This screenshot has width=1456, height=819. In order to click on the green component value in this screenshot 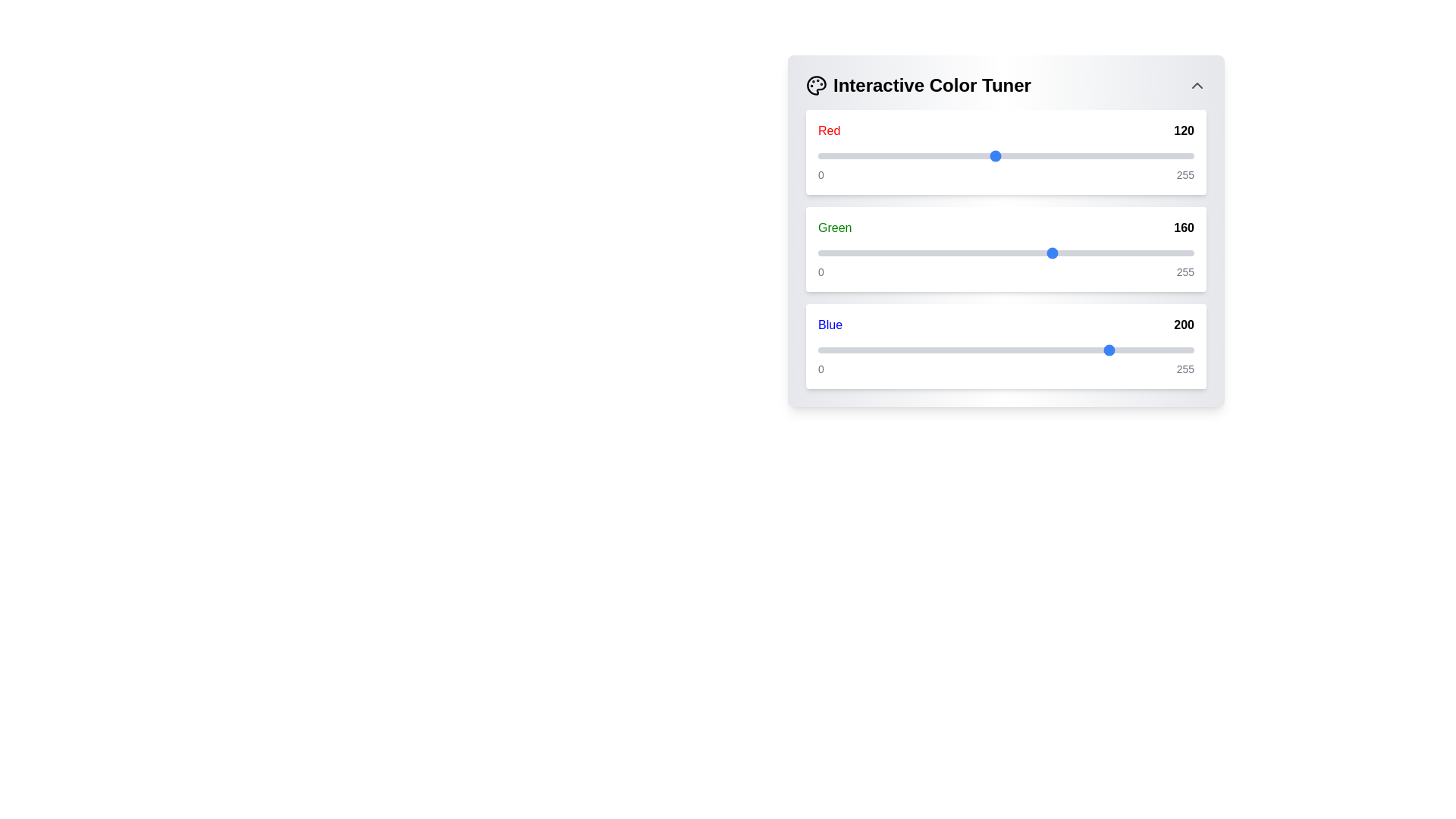, I will do `click(874, 253)`.